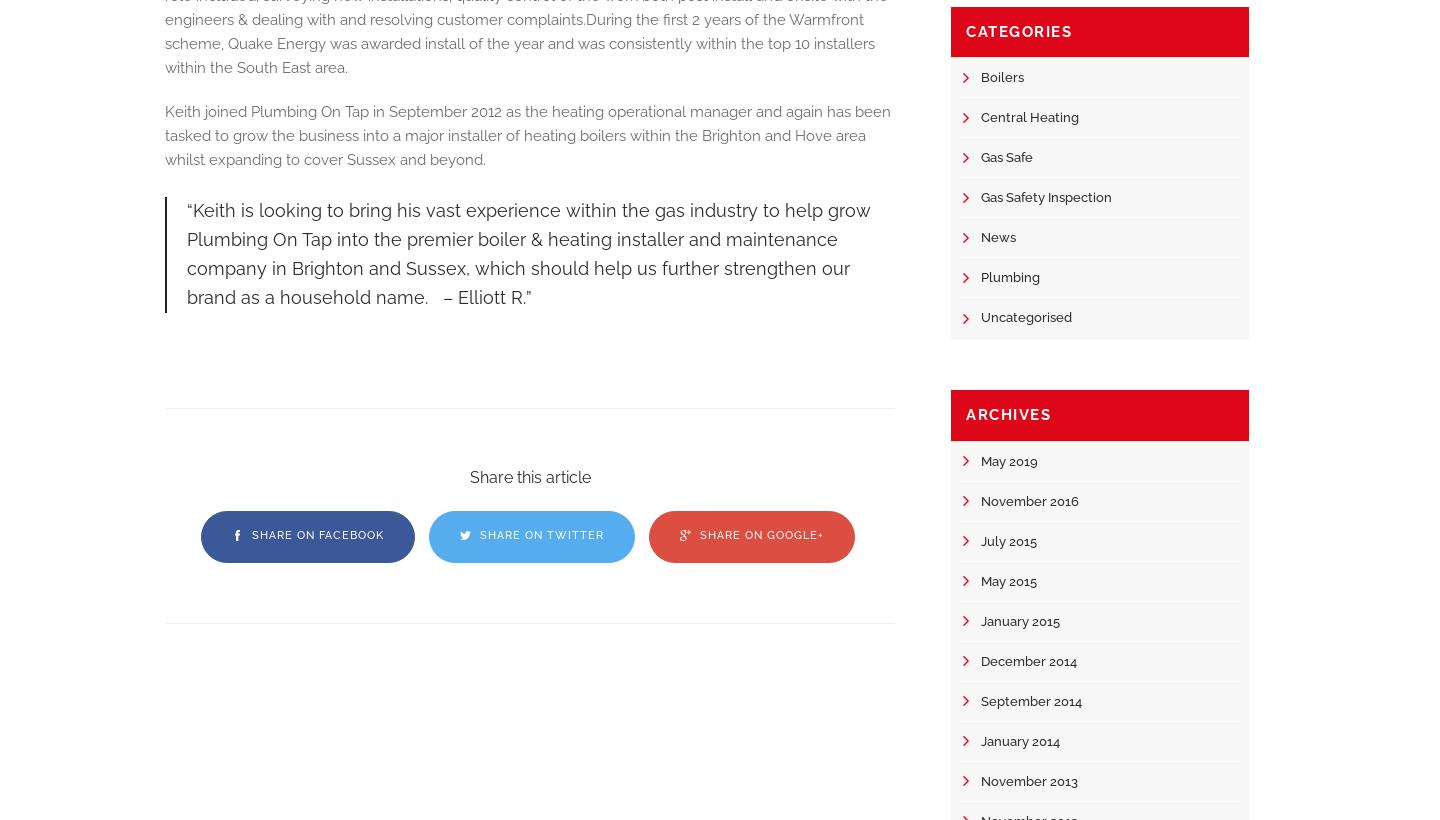 The image size is (1440, 820). I want to click on 'Central Heating', so click(980, 116).